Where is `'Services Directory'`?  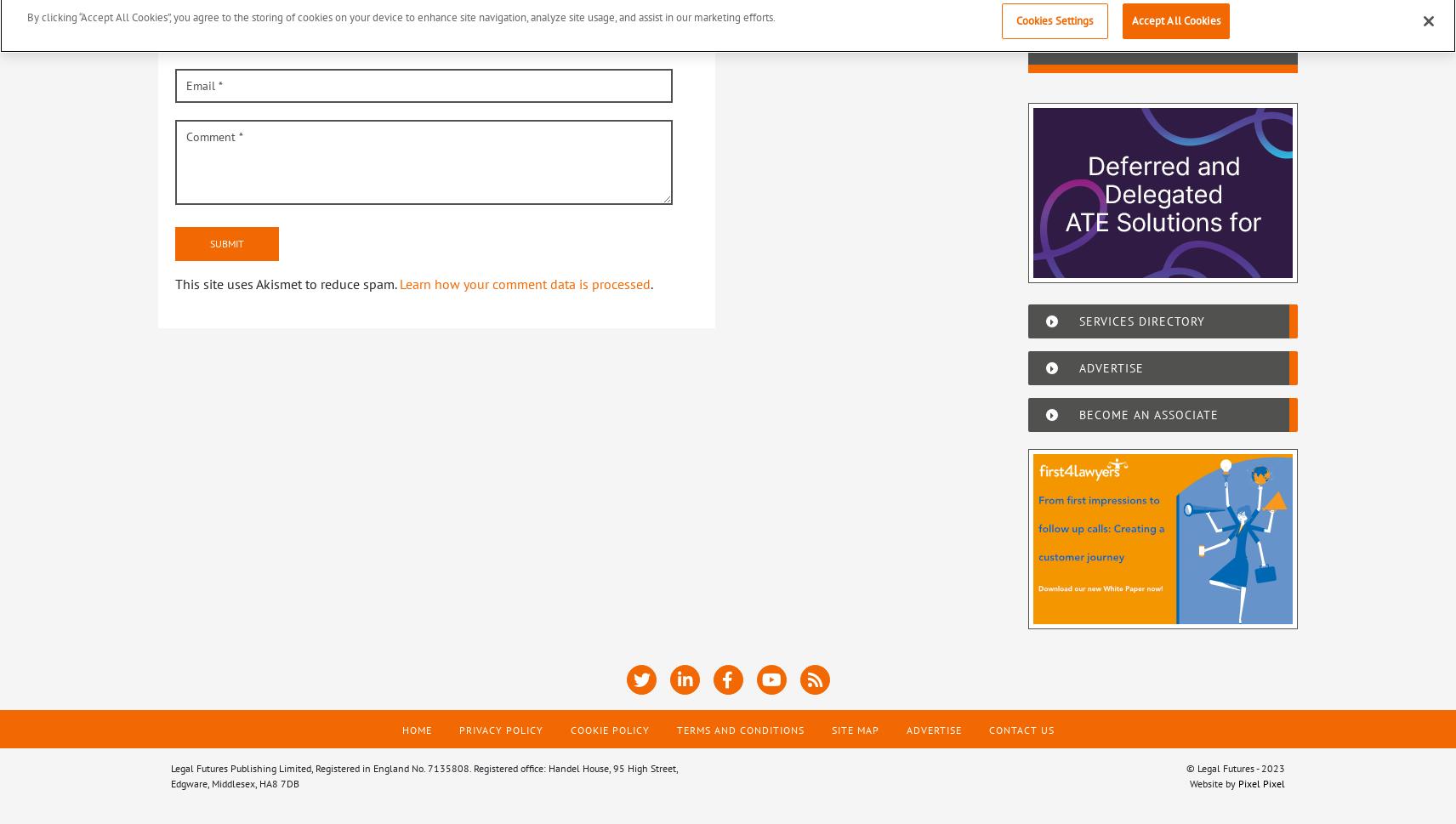
'Services Directory' is located at coordinates (1140, 320).